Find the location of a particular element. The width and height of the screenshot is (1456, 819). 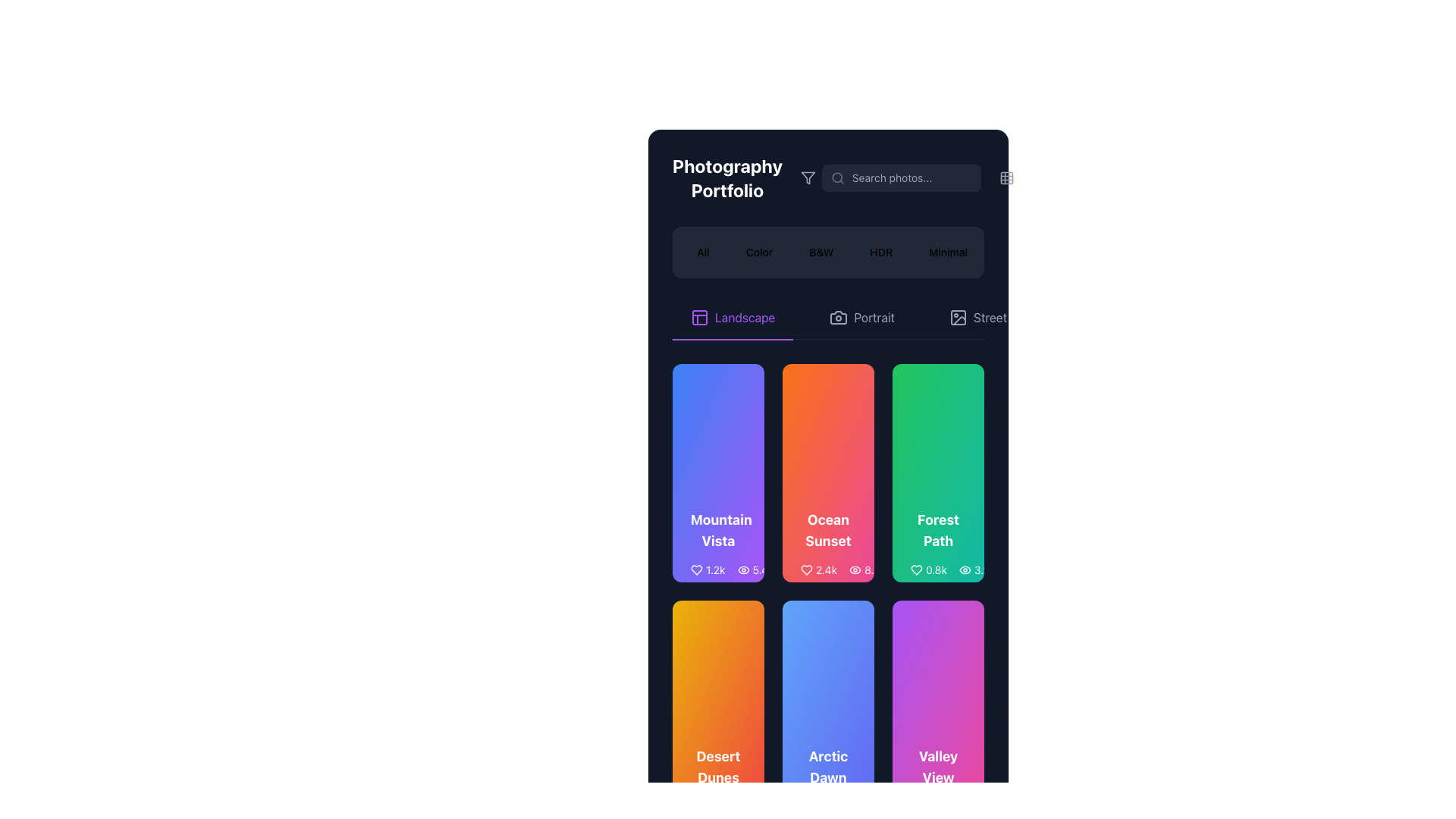

the text label reading 'Arctic Dawn', which is displayed in bold white font against a blue gradient background, located at the bottom of a card in the second row and second column of a grid layout is located at coordinates (827, 767).